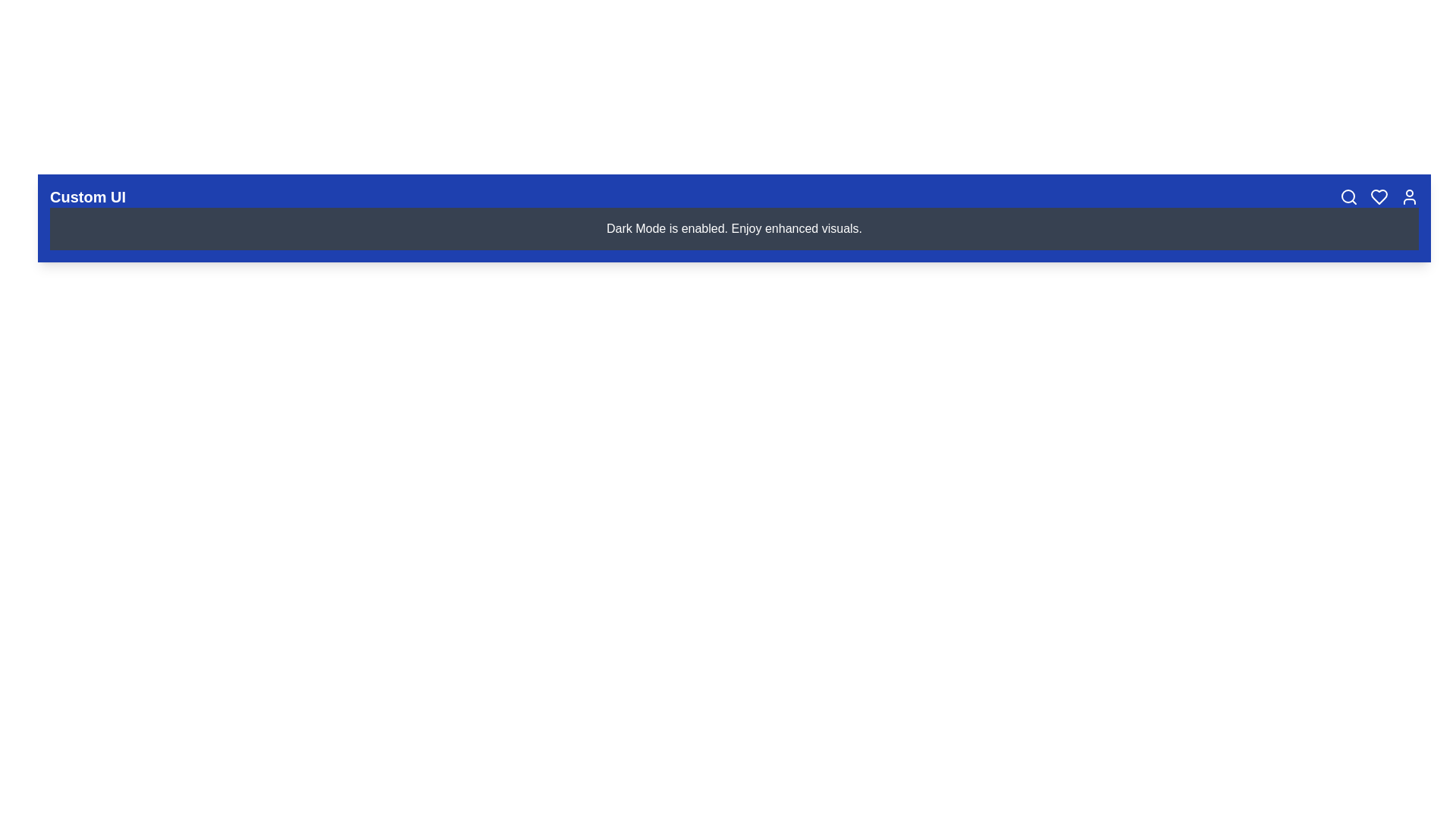  What do you see at coordinates (1349, 196) in the screenshot?
I see `the search icon to initiate a search action` at bounding box center [1349, 196].